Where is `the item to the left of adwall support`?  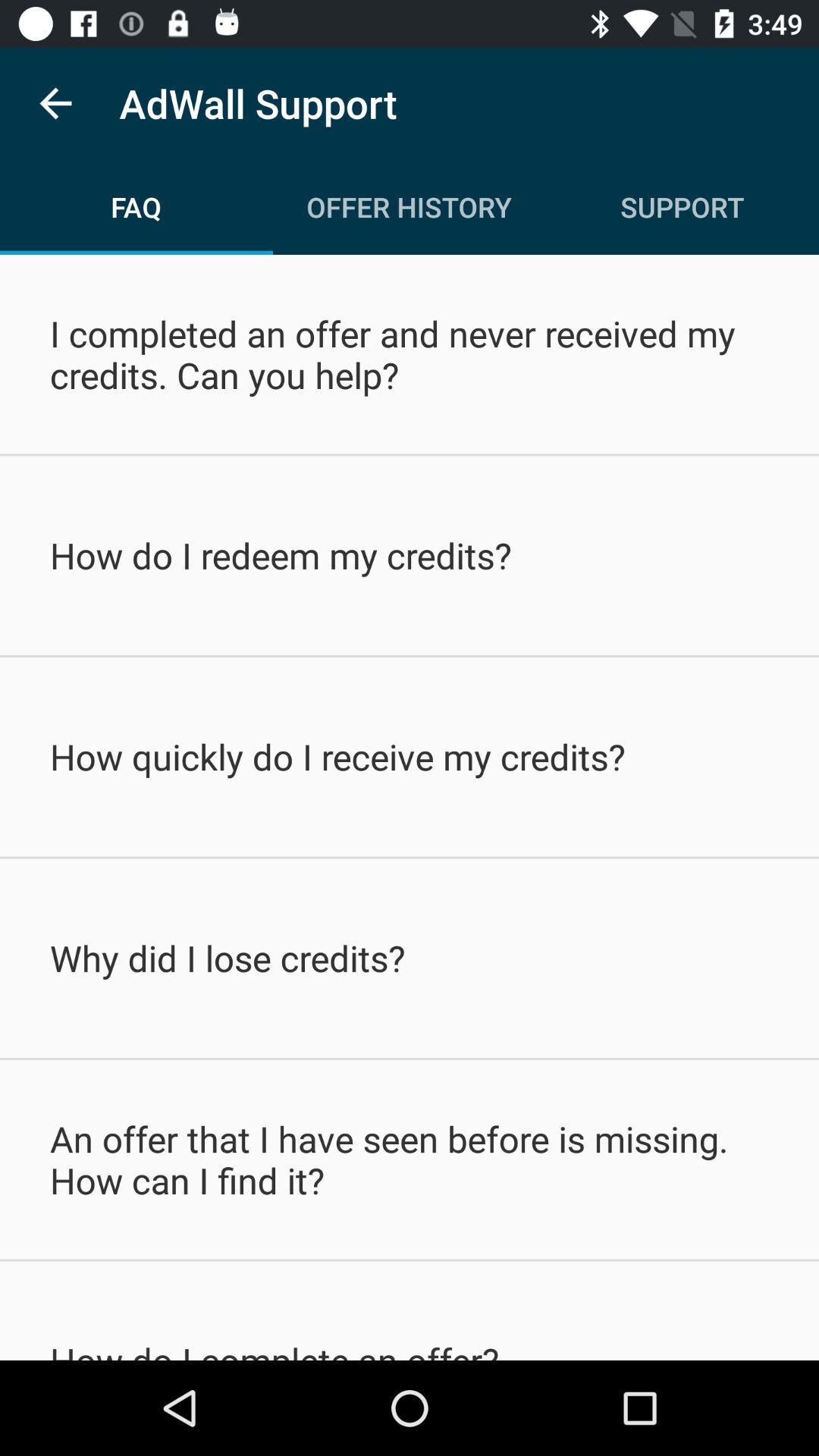
the item to the left of adwall support is located at coordinates (55, 102).